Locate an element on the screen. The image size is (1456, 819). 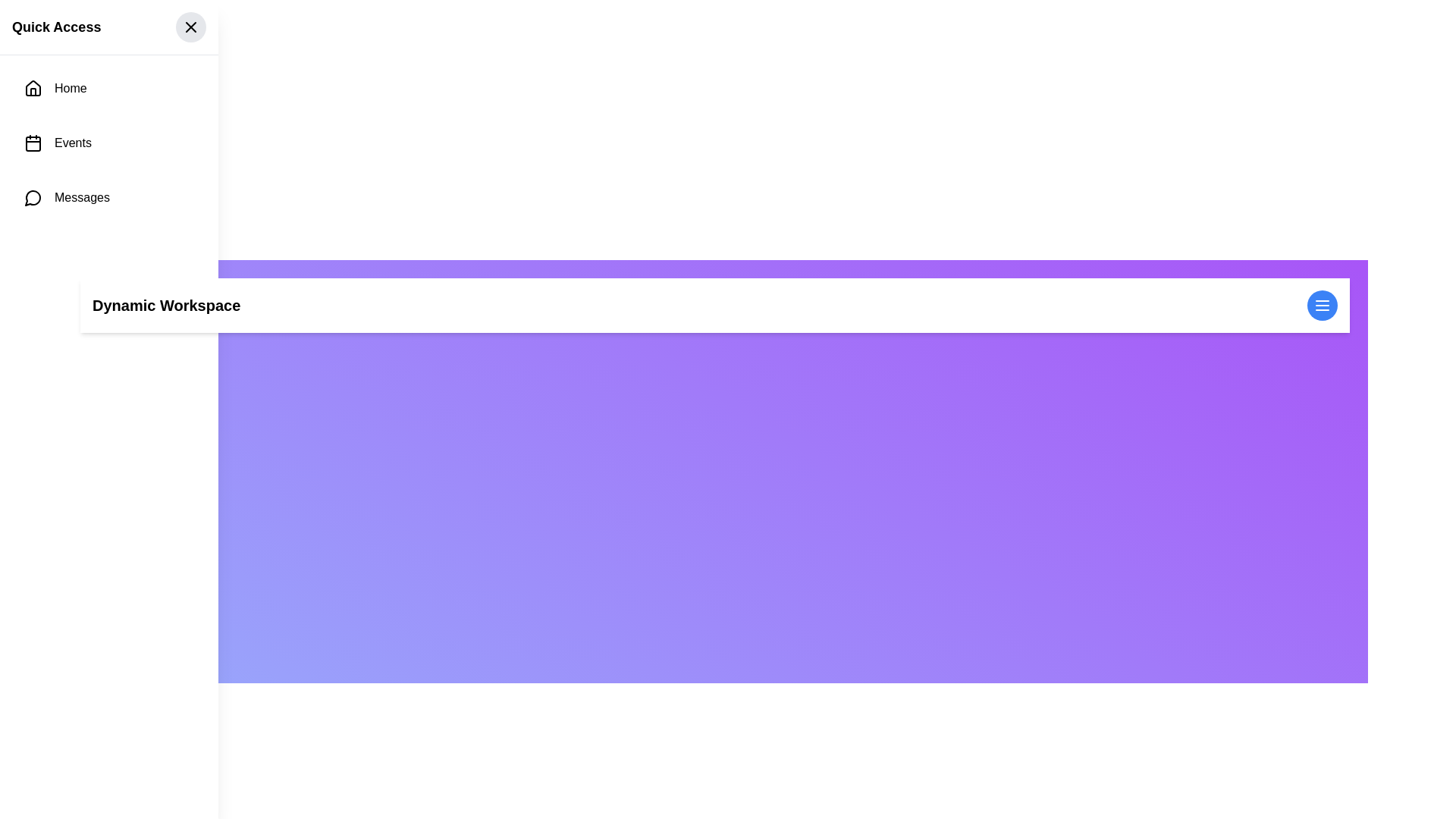
the small circular icon associated with the 'Messages' menu item is located at coordinates (33, 197).